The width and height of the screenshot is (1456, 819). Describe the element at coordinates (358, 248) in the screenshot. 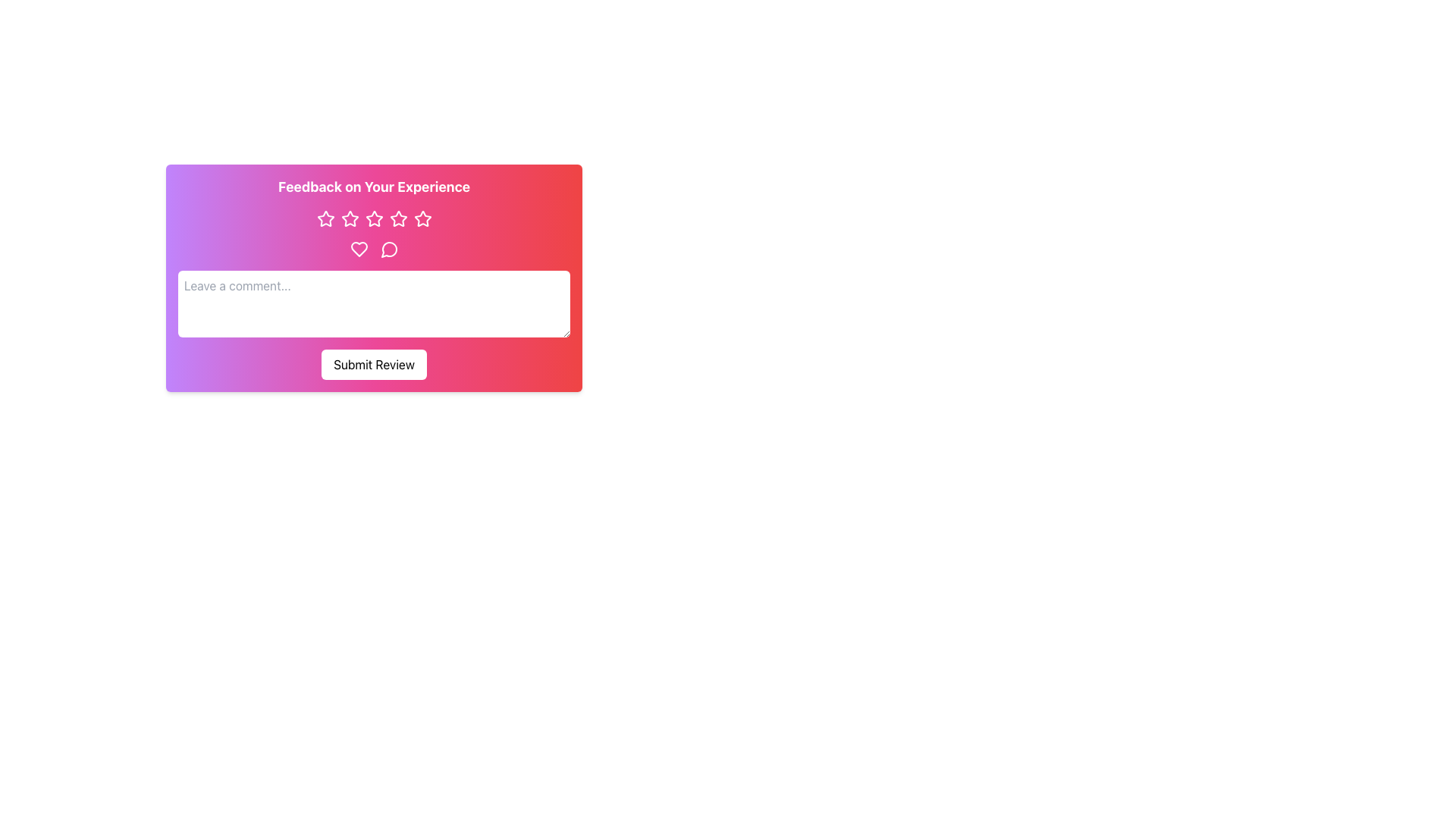

I see `the heart icon located centrally in the top section of the card, which is the third element in a row of feedback icons` at that location.